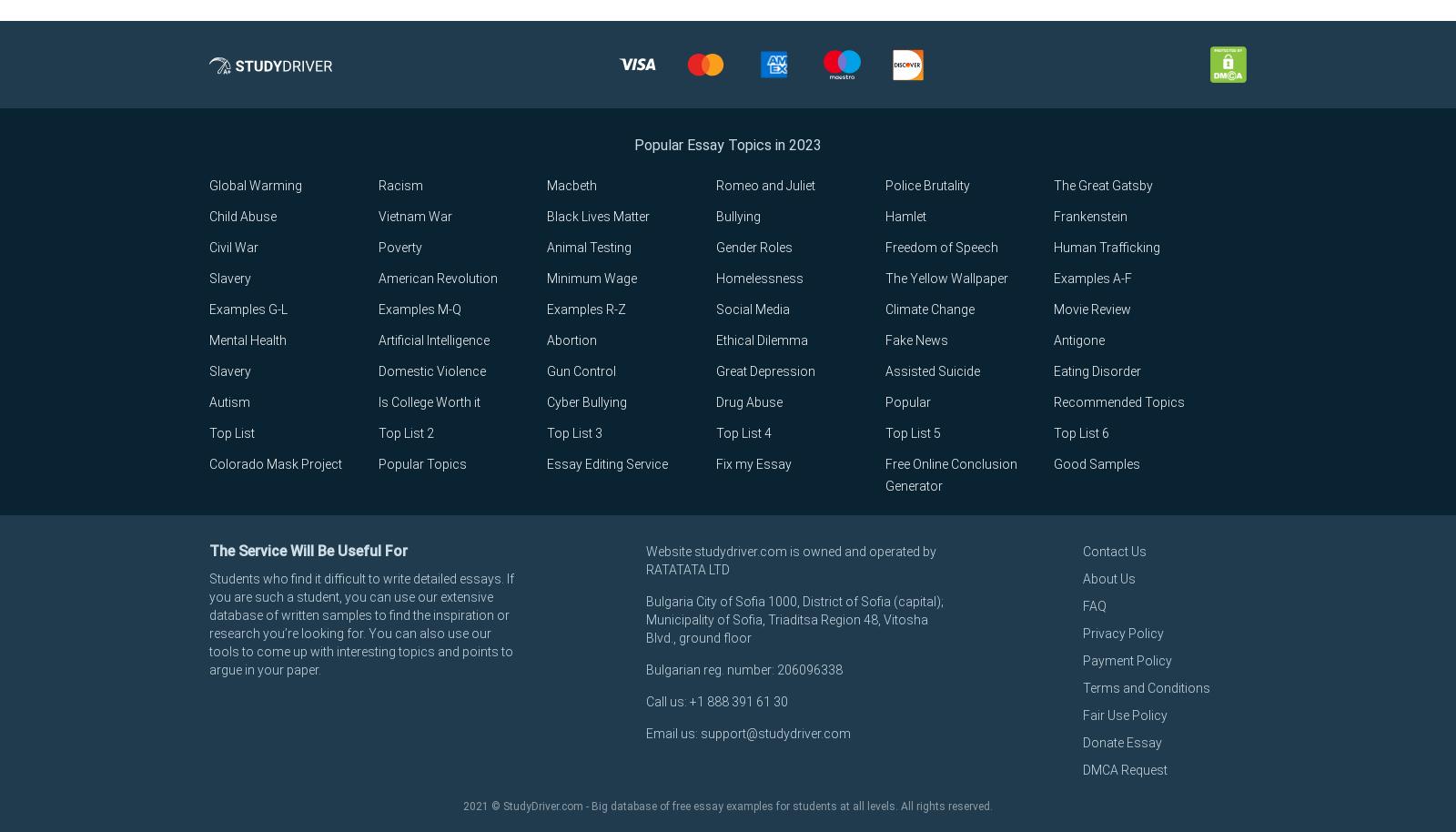 The image size is (1456, 832). Describe the element at coordinates (932, 371) in the screenshot. I see `'Assisted Suicide'` at that location.